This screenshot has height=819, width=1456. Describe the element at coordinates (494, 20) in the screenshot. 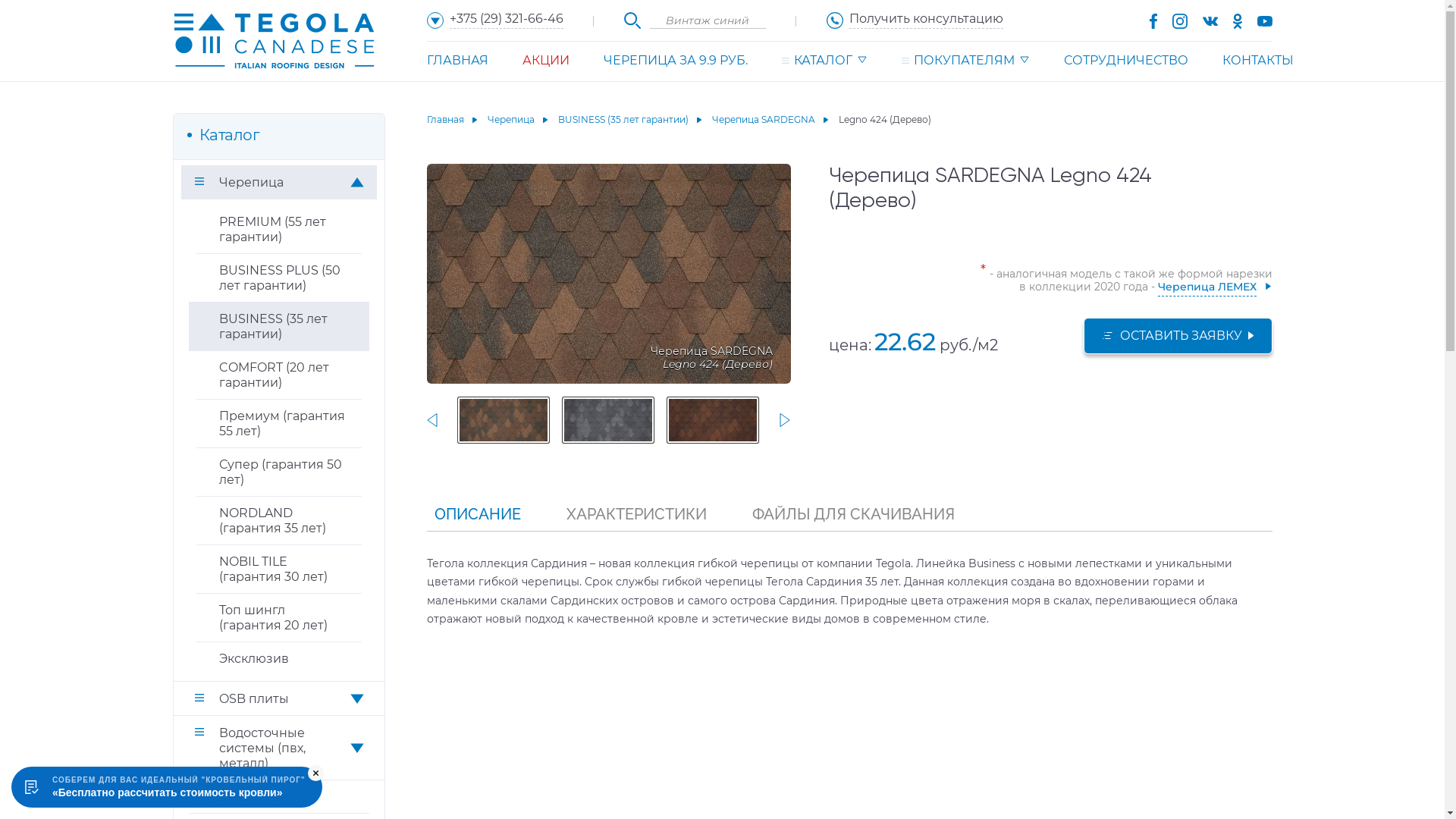

I see `'+375 (29) 321-66-46'` at that location.